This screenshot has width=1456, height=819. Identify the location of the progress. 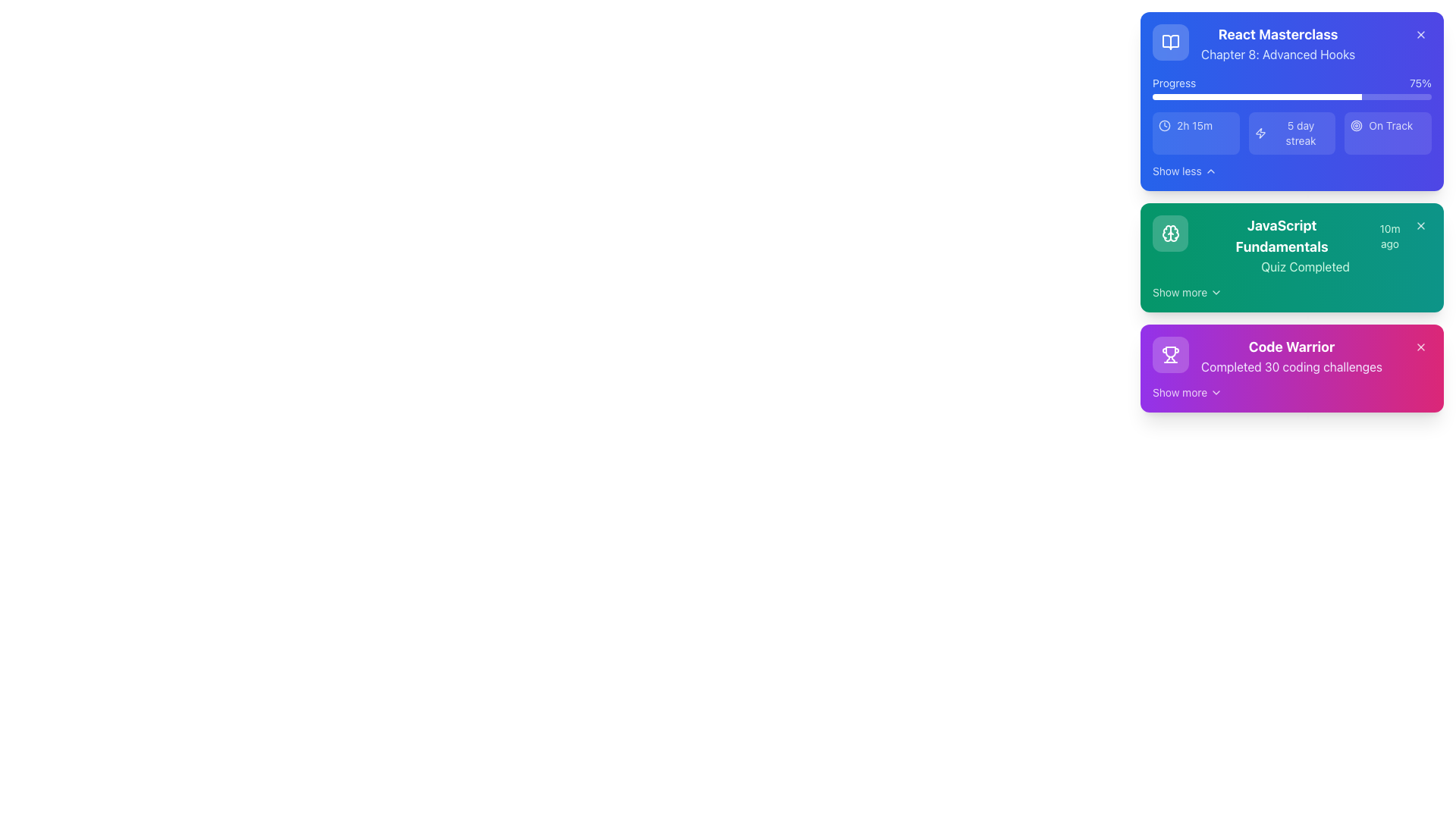
(1347, 96).